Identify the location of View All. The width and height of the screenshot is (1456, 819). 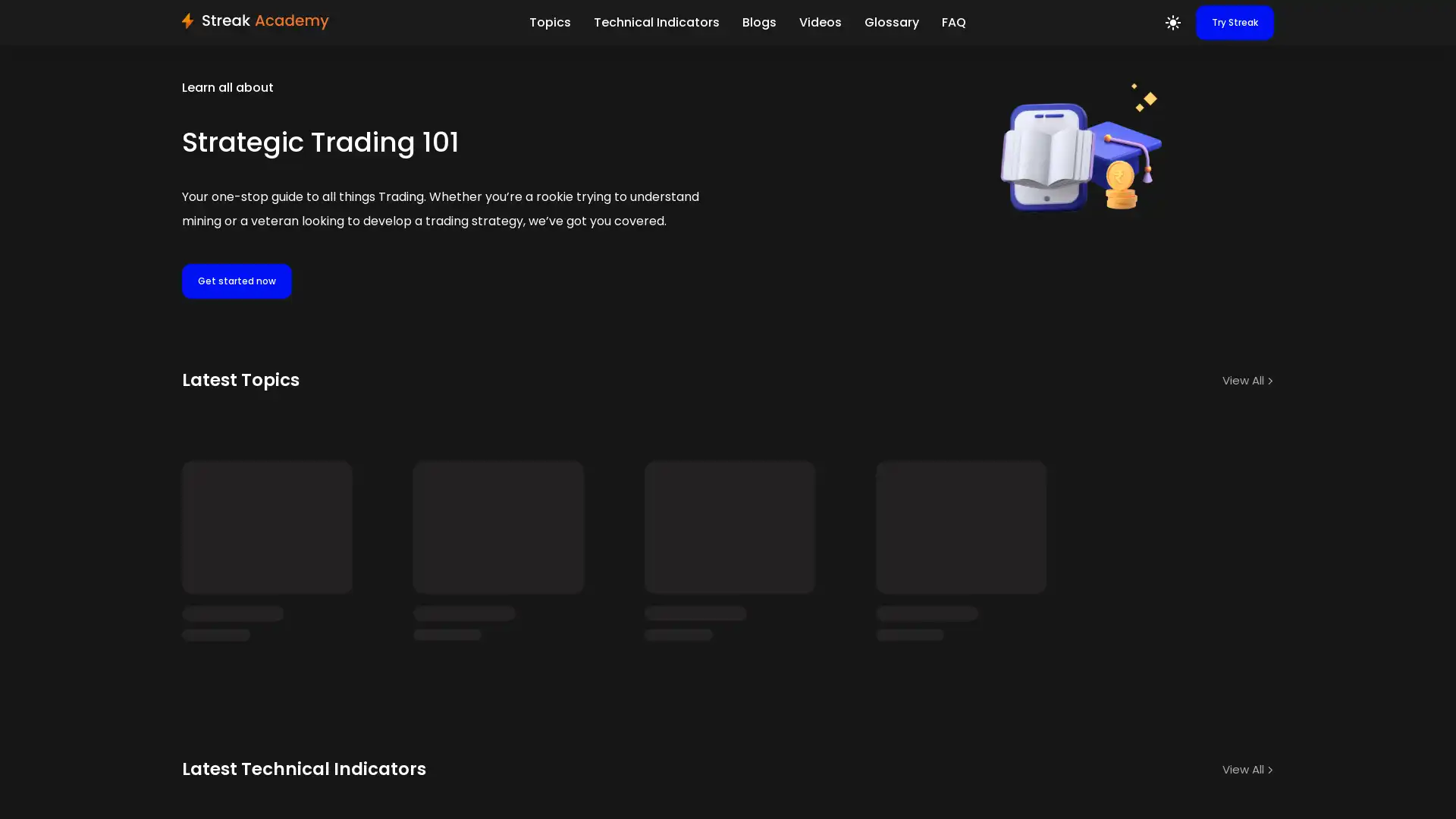
(1248, 379).